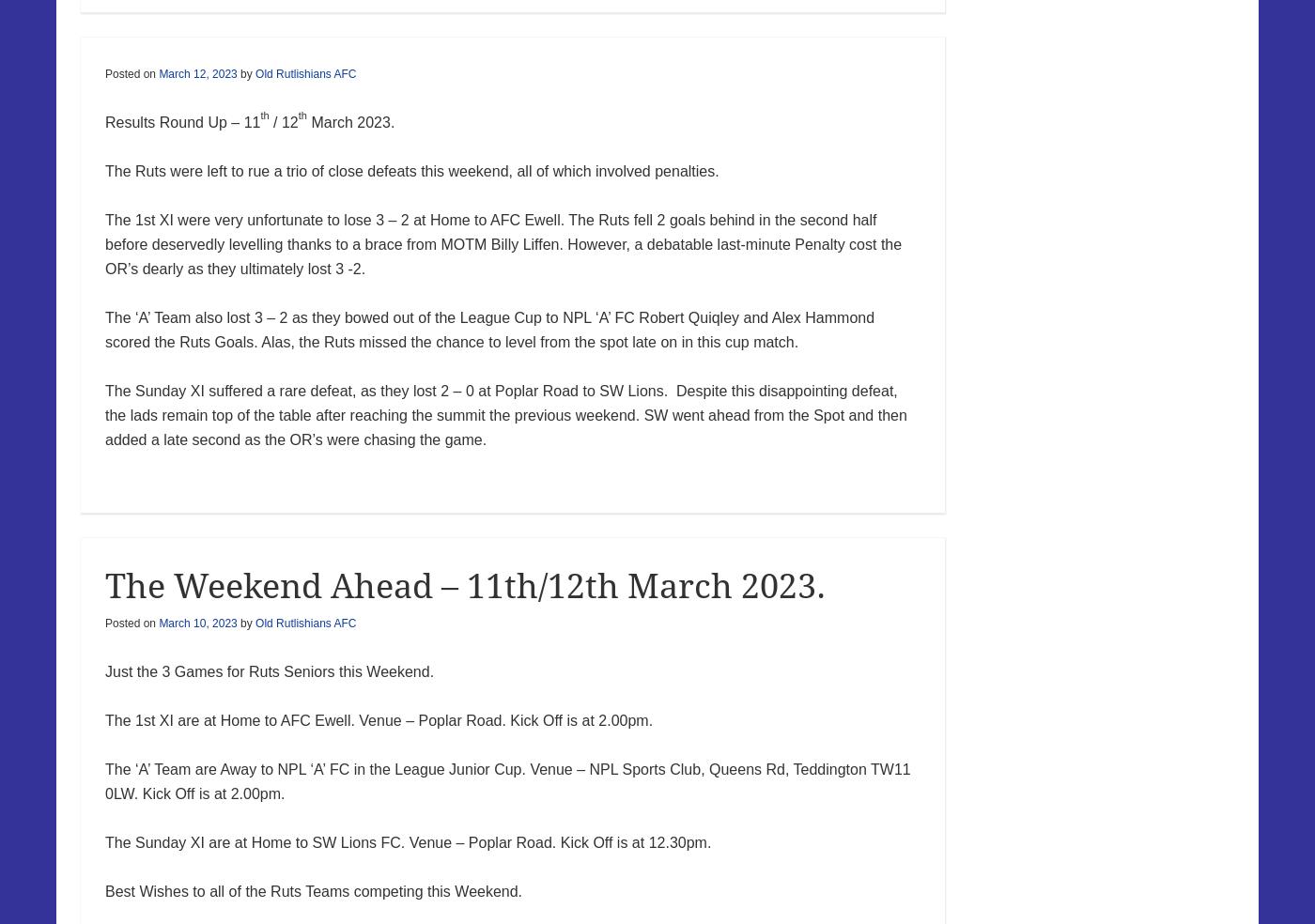 The image size is (1315, 924). I want to click on 'Best Wishes to all of the Ruts Teams competing this Weekend.', so click(105, 890).